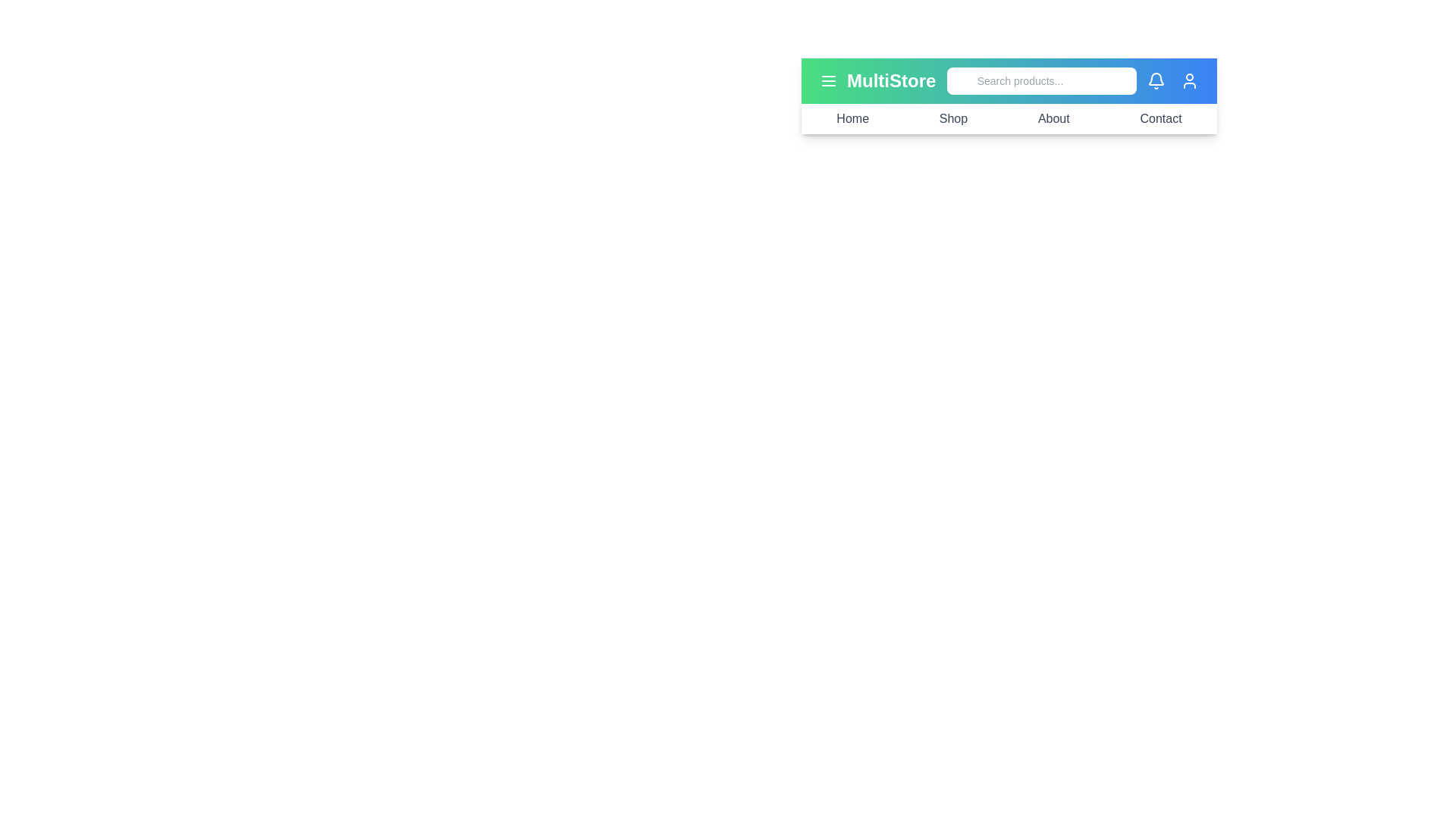 This screenshot has width=1456, height=819. I want to click on the user icon to view user details, so click(1189, 81).